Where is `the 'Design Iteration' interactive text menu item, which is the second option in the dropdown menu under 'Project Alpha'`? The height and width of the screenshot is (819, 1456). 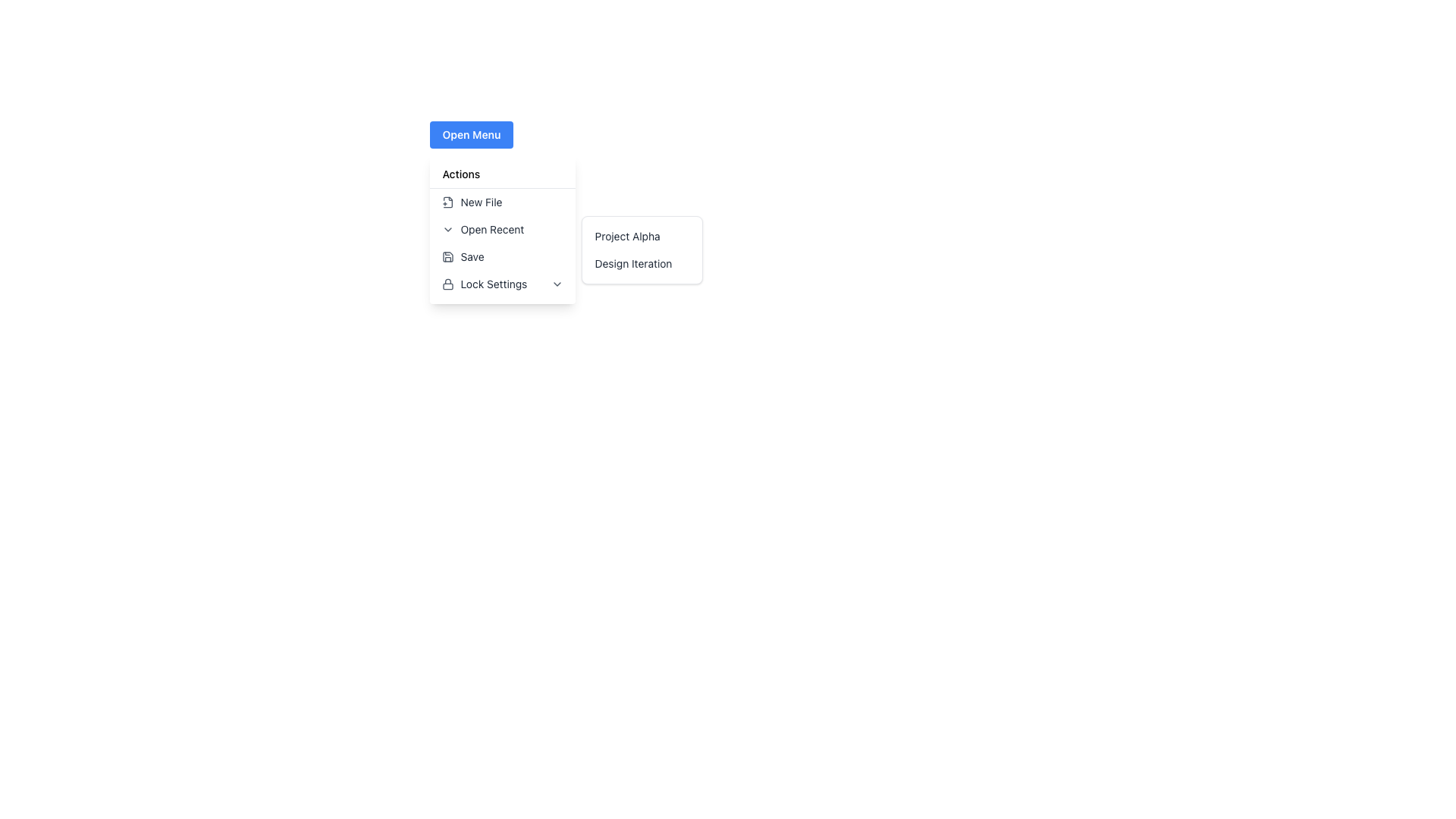
the 'Design Iteration' interactive text menu item, which is the second option in the dropdown menu under 'Project Alpha' is located at coordinates (642, 262).